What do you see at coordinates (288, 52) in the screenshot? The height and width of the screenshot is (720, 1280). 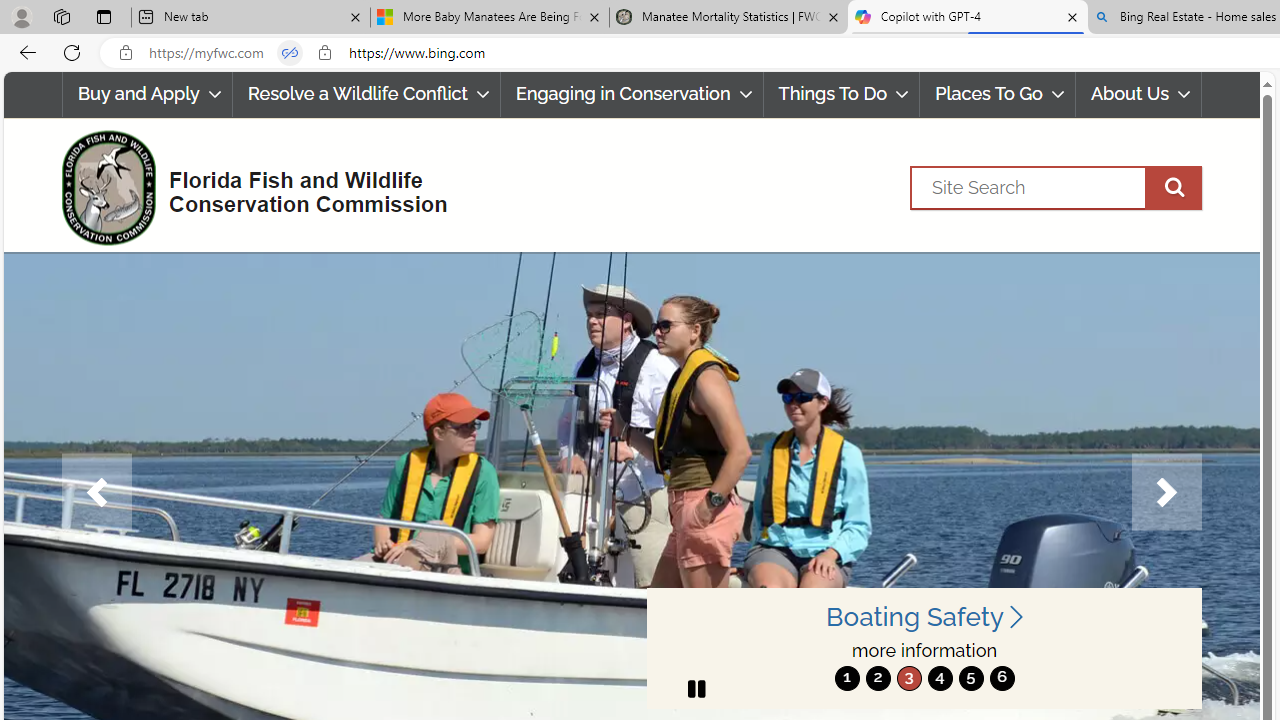 I see `'Tabs in split screen'` at bounding box center [288, 52].